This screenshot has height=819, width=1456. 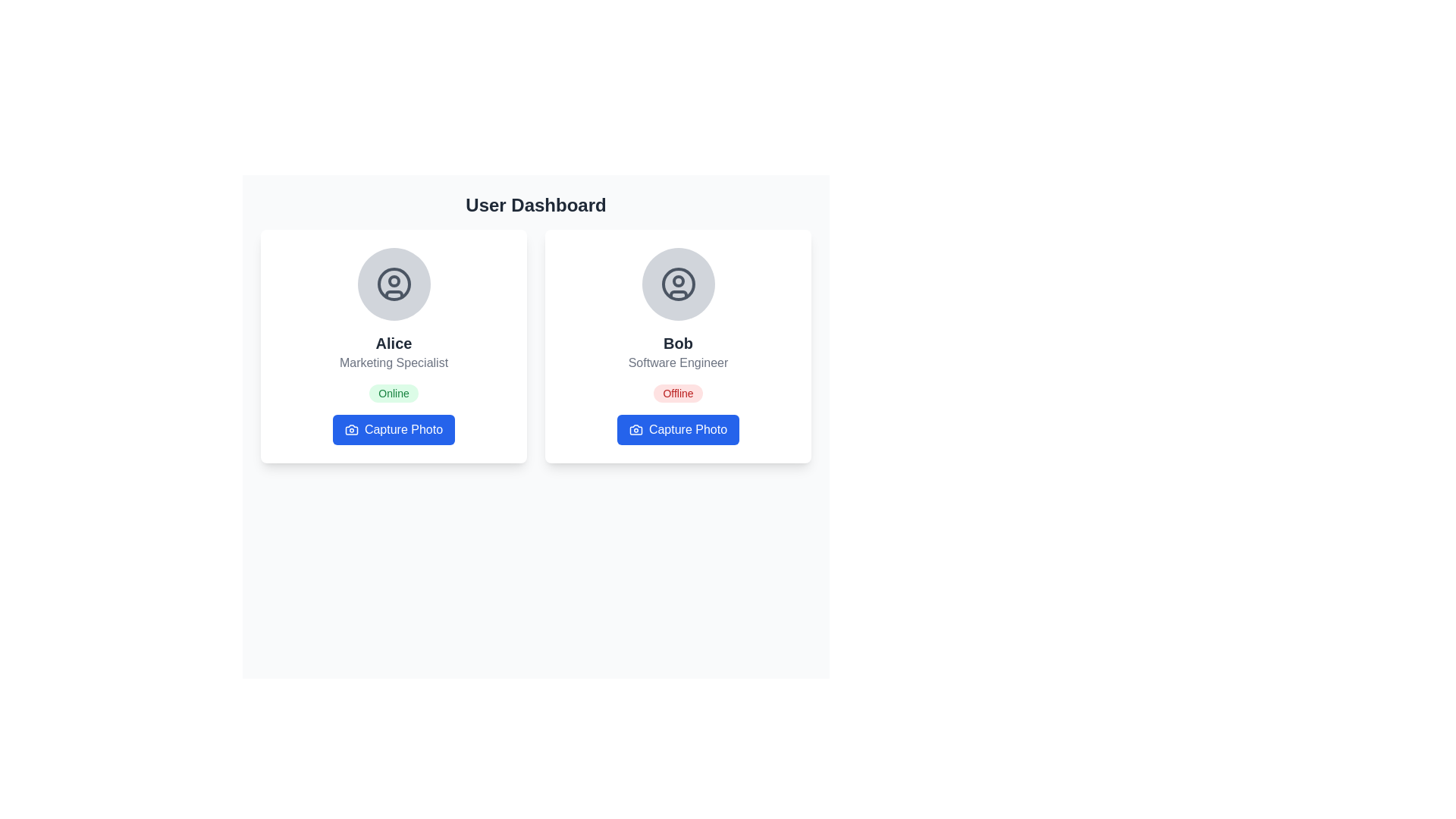 What do you see at coordinates (394, 281) in the screenshot?
I see `the graphic marker representing Alice's profile status within the user profile icon located at the top-center of the card layout` at bounding box center [394, 281].